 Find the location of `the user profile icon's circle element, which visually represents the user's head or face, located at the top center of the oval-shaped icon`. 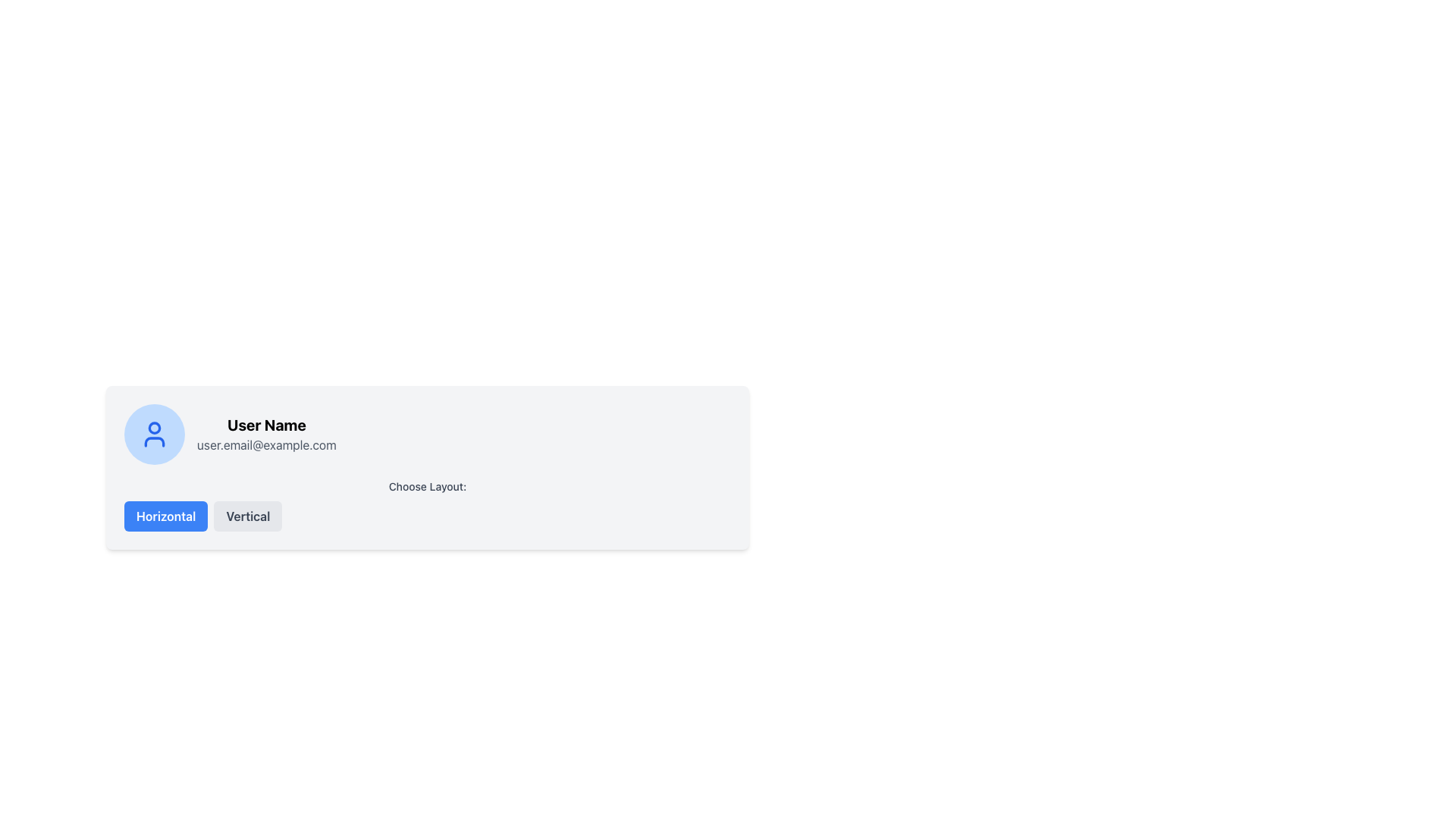

the user profile icon's circle element, which visually represents the user's head or face, located at the top center of the oval-shaped icon is located at coordinates (154, 427).